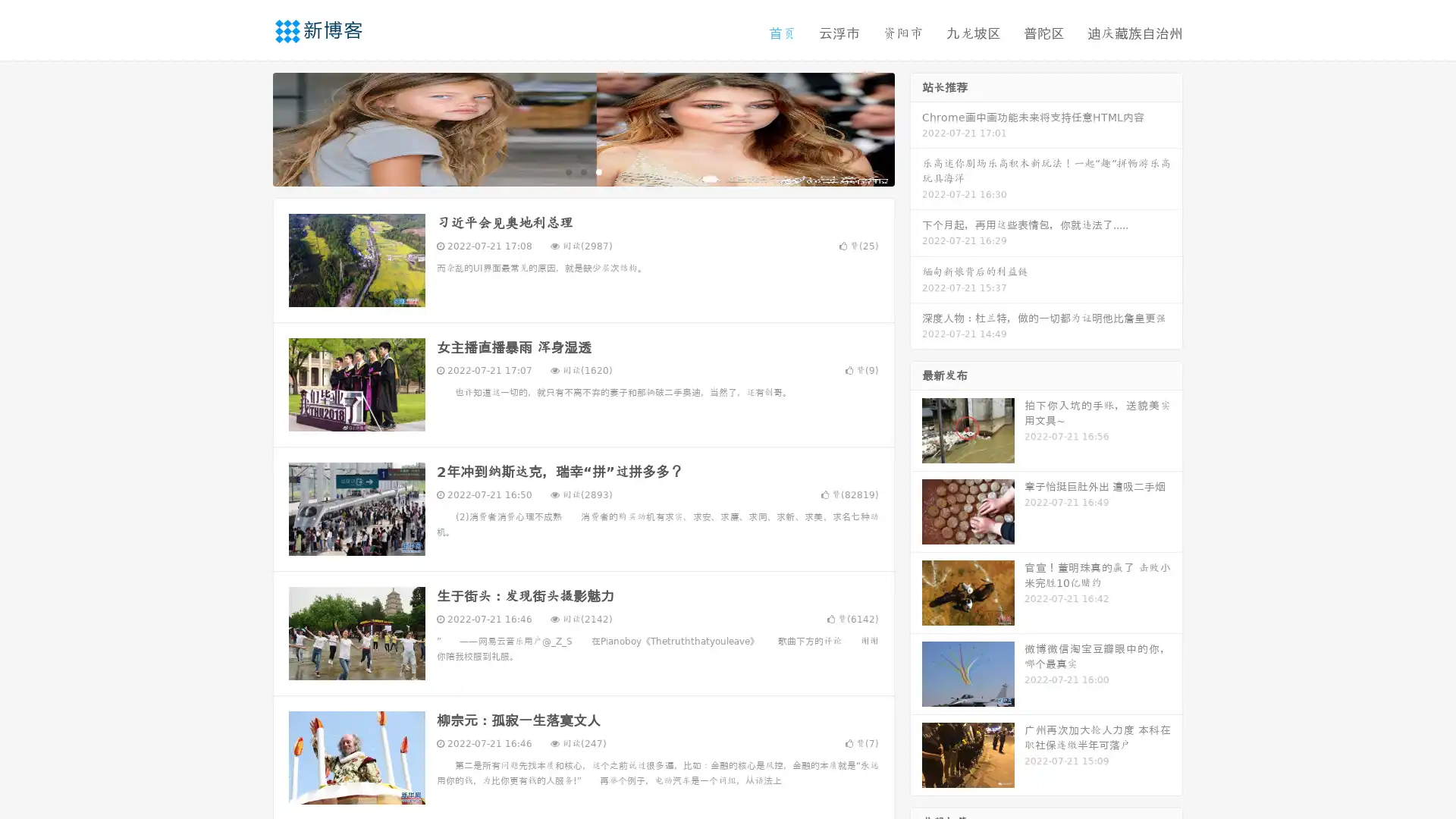 This screenshot has height=819, width=1456. I want to click on Previous slide, so click(250, 127).